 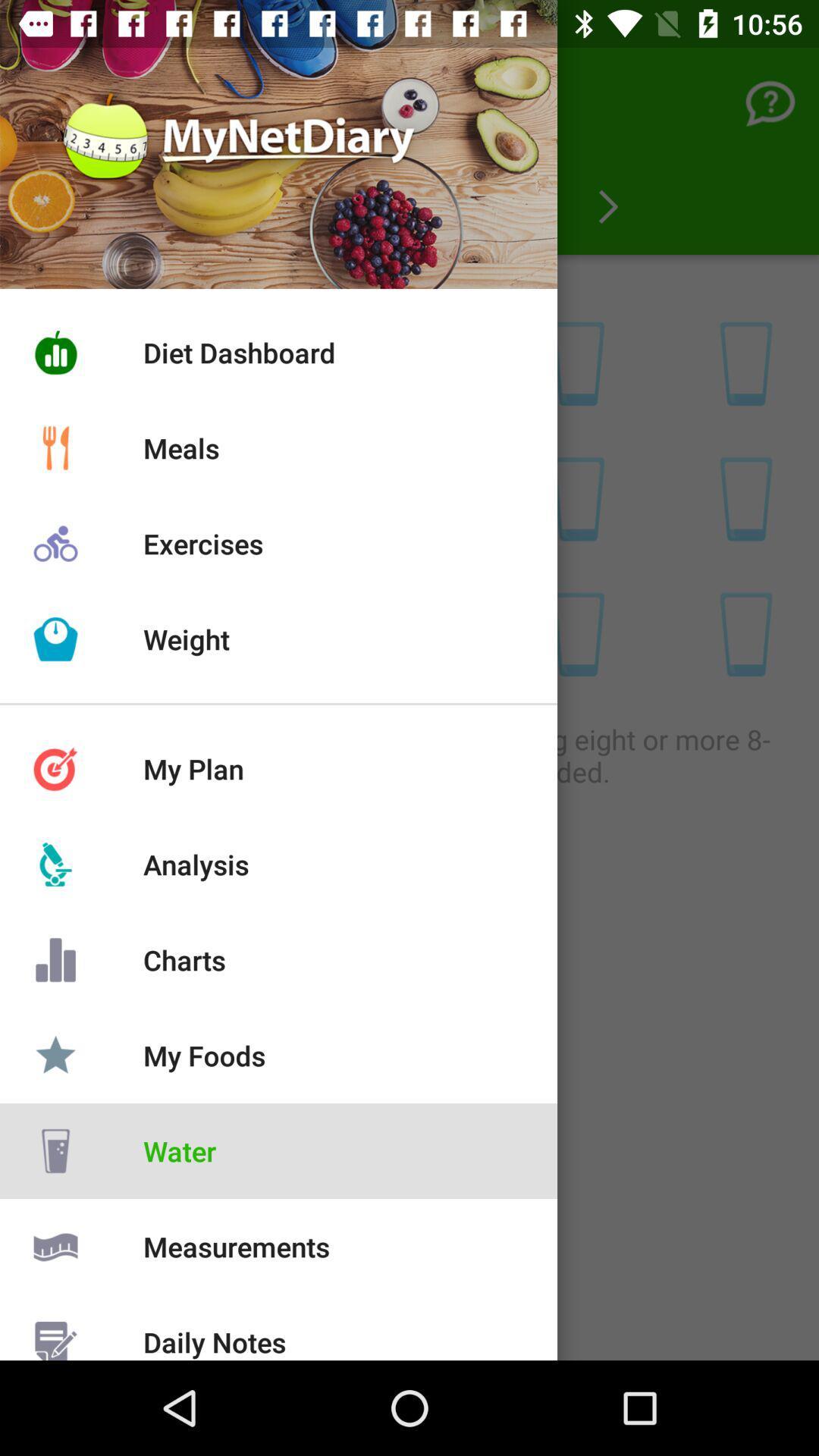 I want to click on the arrow_forward icon, so click(x=607, y=206).